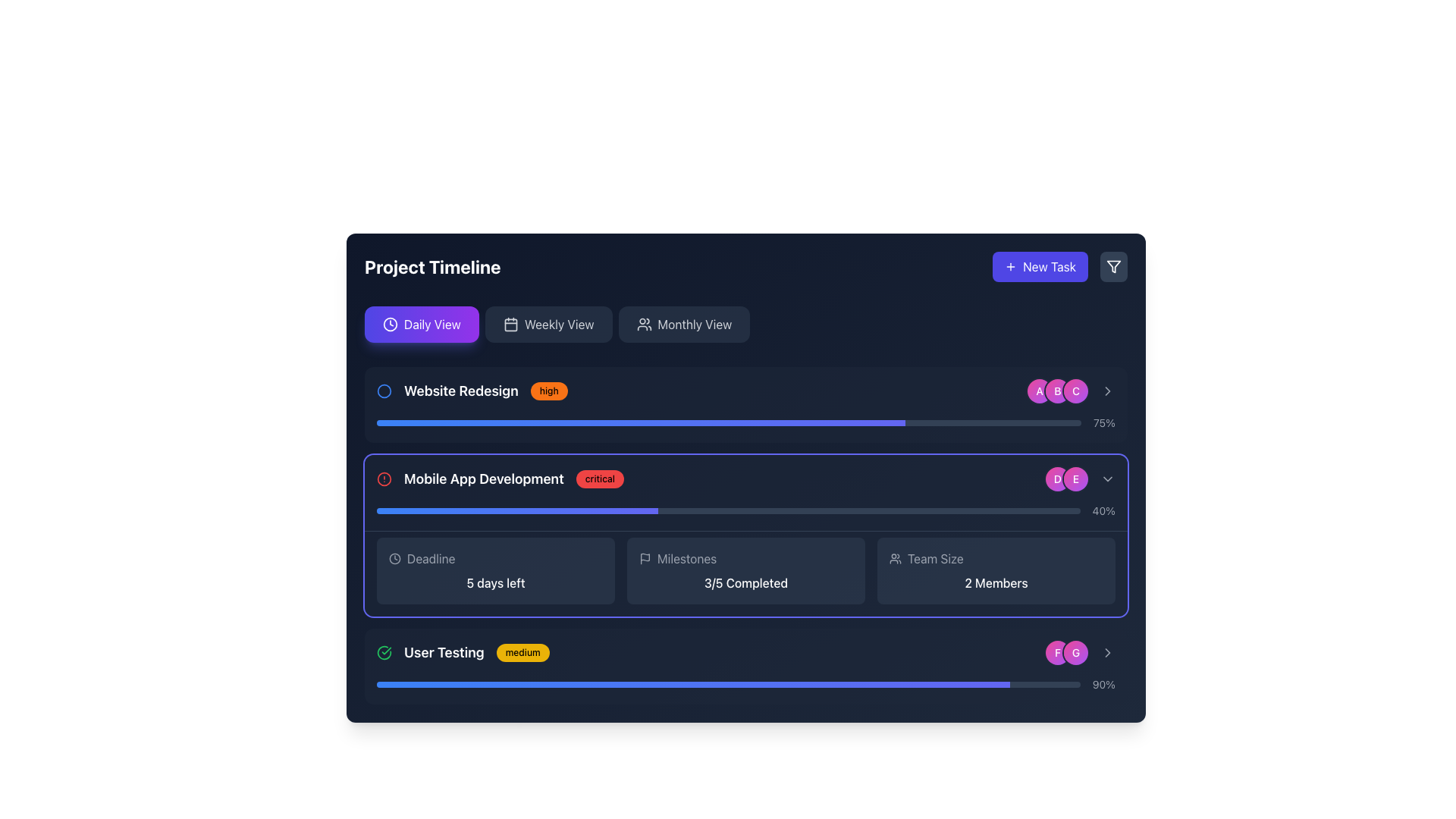  I want to click on the Info box displaying the deadline for a task under the 'Mobile App Development' section to focus or expand details, so click(495, 570).